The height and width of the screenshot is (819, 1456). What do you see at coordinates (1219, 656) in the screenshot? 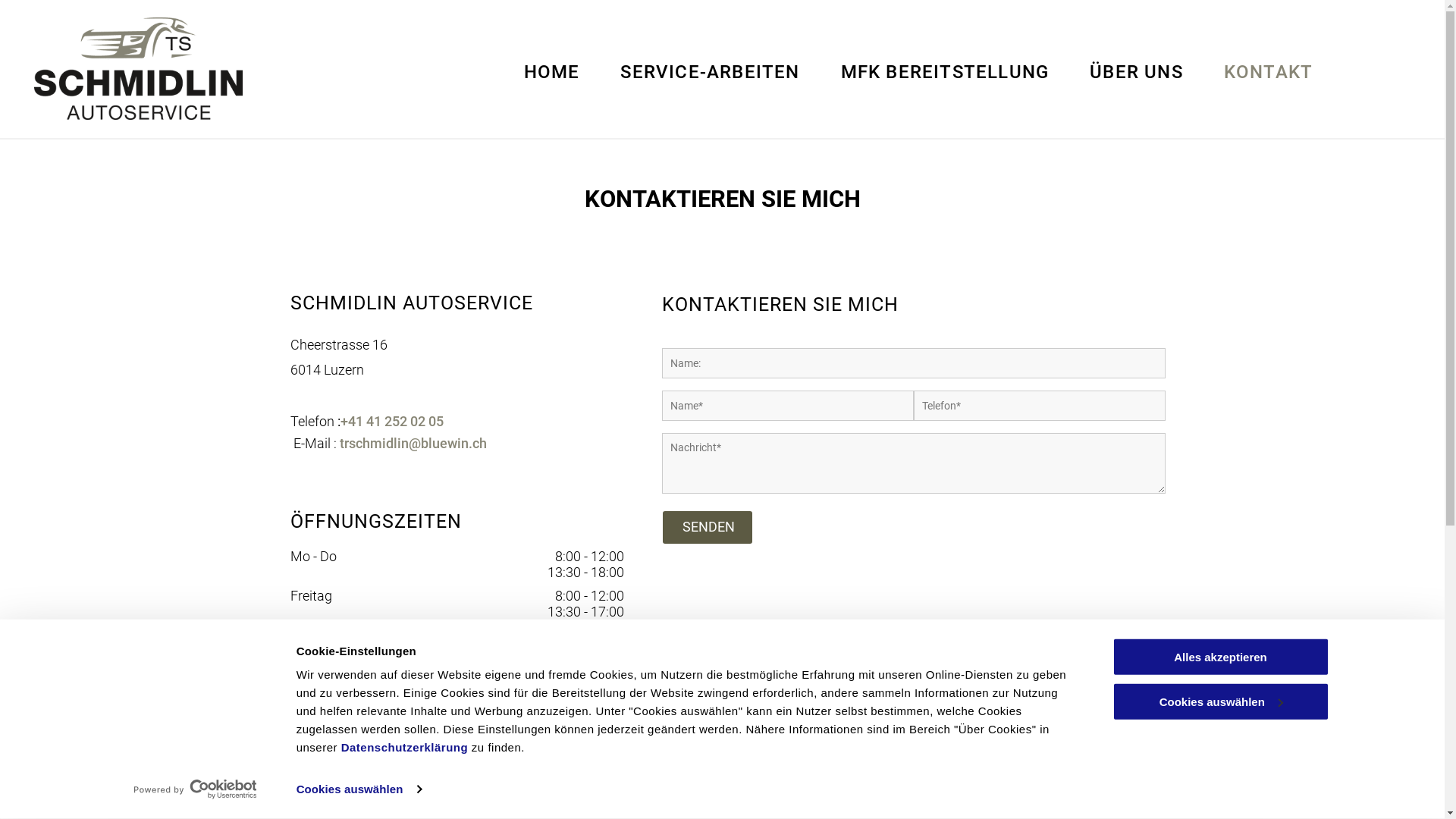
I see `'Alles akzeptieren'` at bounding box center [1219, 656].